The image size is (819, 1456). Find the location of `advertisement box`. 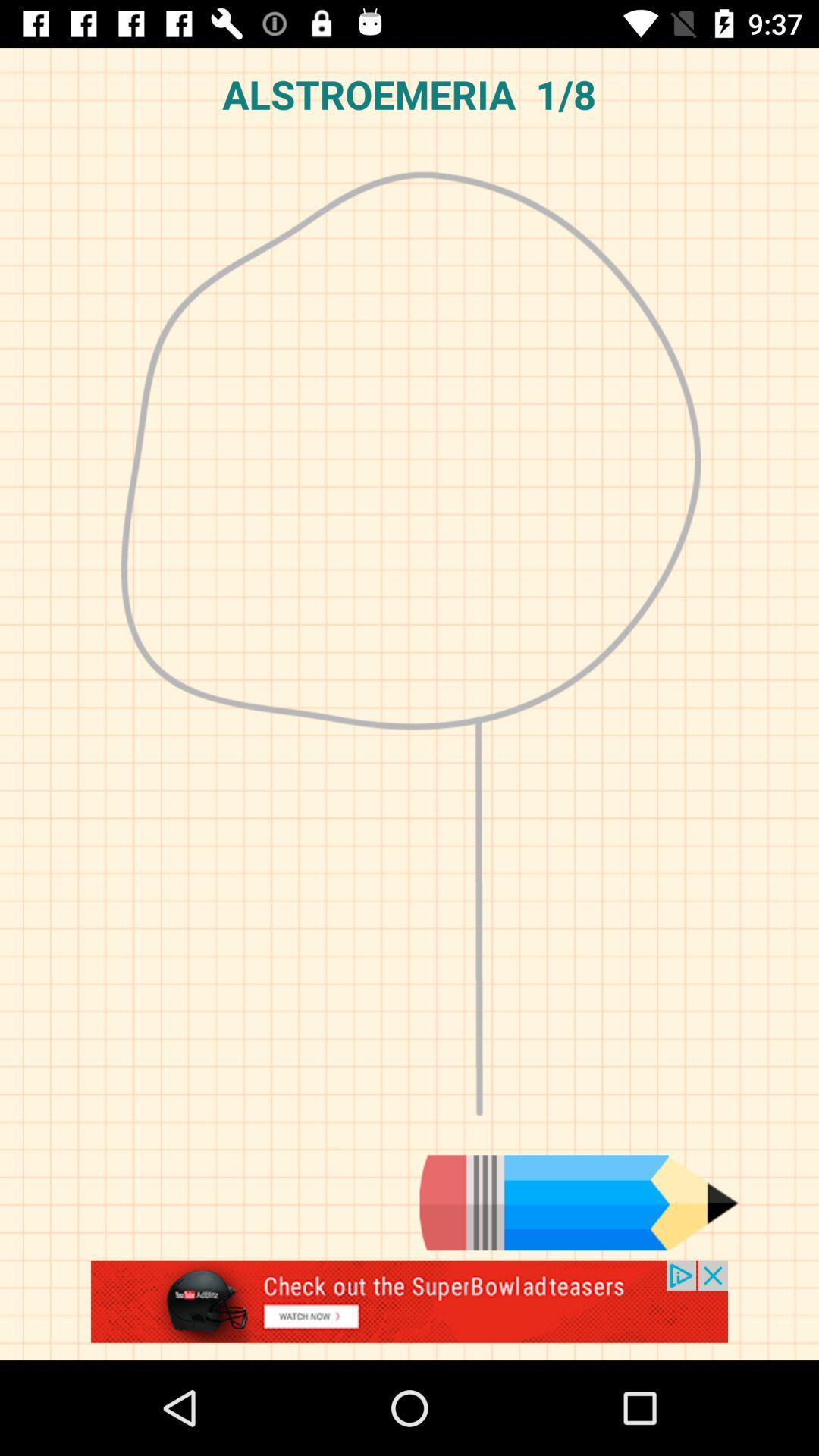

advertisement box is located at coordinates (409, 1310).